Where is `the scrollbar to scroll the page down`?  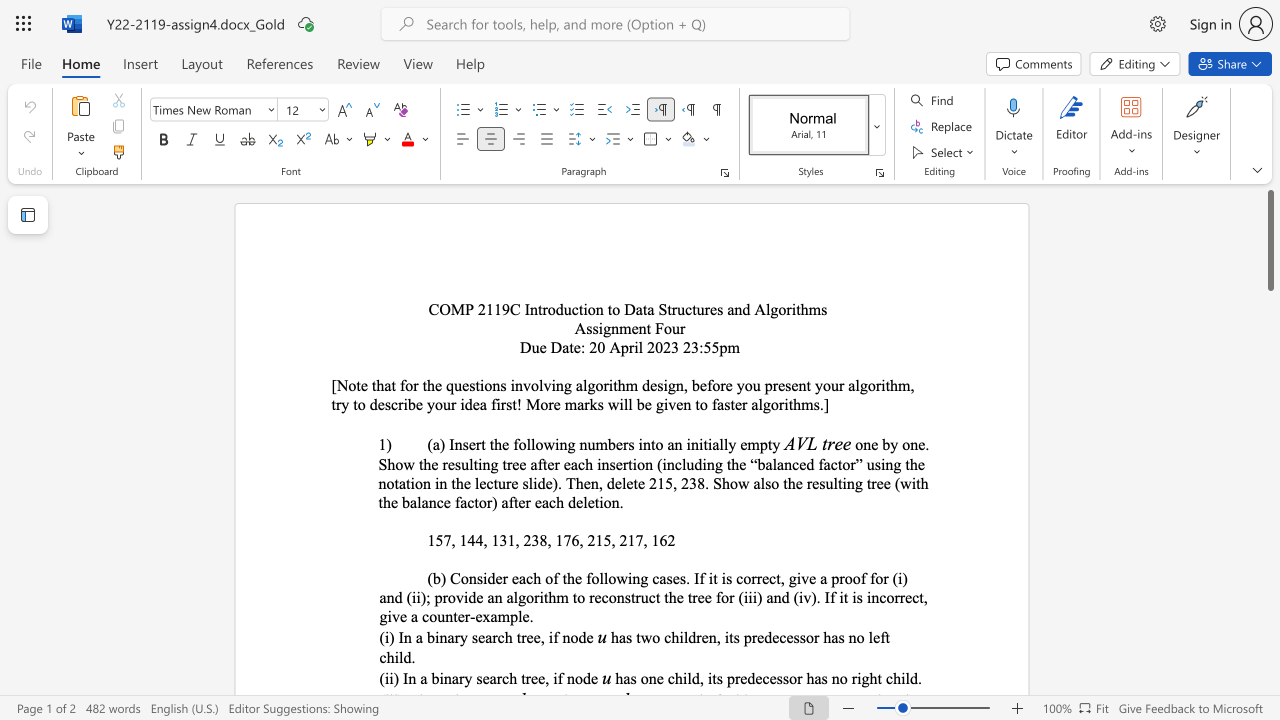
the scrollbar to scroll the page down is located at coordinates (1269, 688).